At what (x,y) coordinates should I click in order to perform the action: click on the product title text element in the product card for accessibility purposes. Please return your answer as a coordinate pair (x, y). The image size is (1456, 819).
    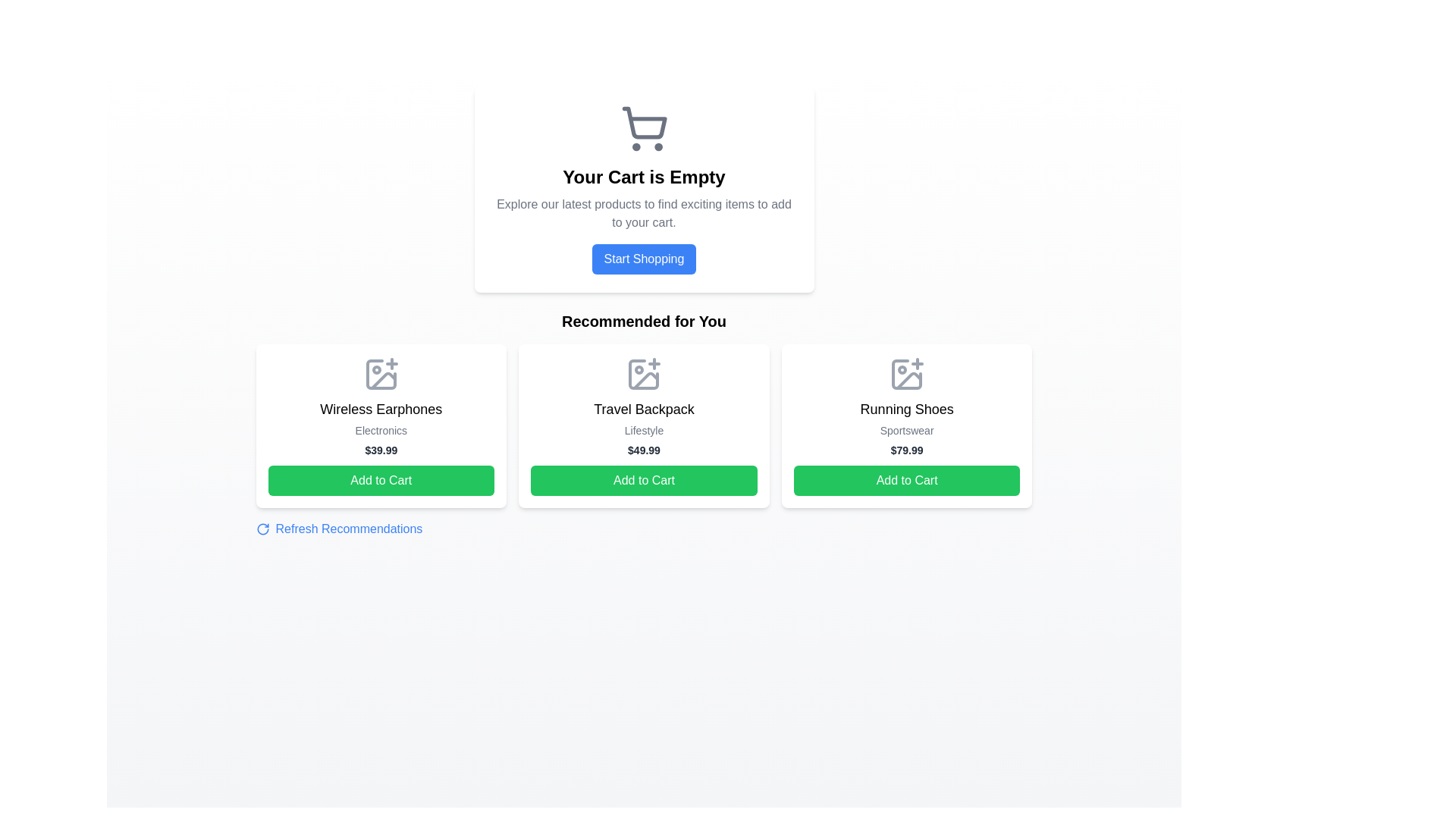
    Looking at the image, I should click on (381, 409).